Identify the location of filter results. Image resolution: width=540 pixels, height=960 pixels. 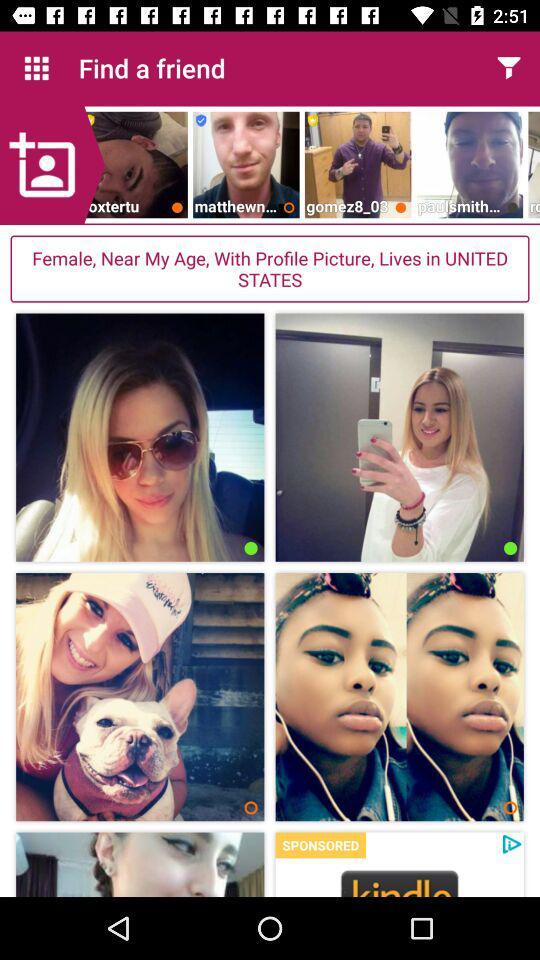
(508, 68).